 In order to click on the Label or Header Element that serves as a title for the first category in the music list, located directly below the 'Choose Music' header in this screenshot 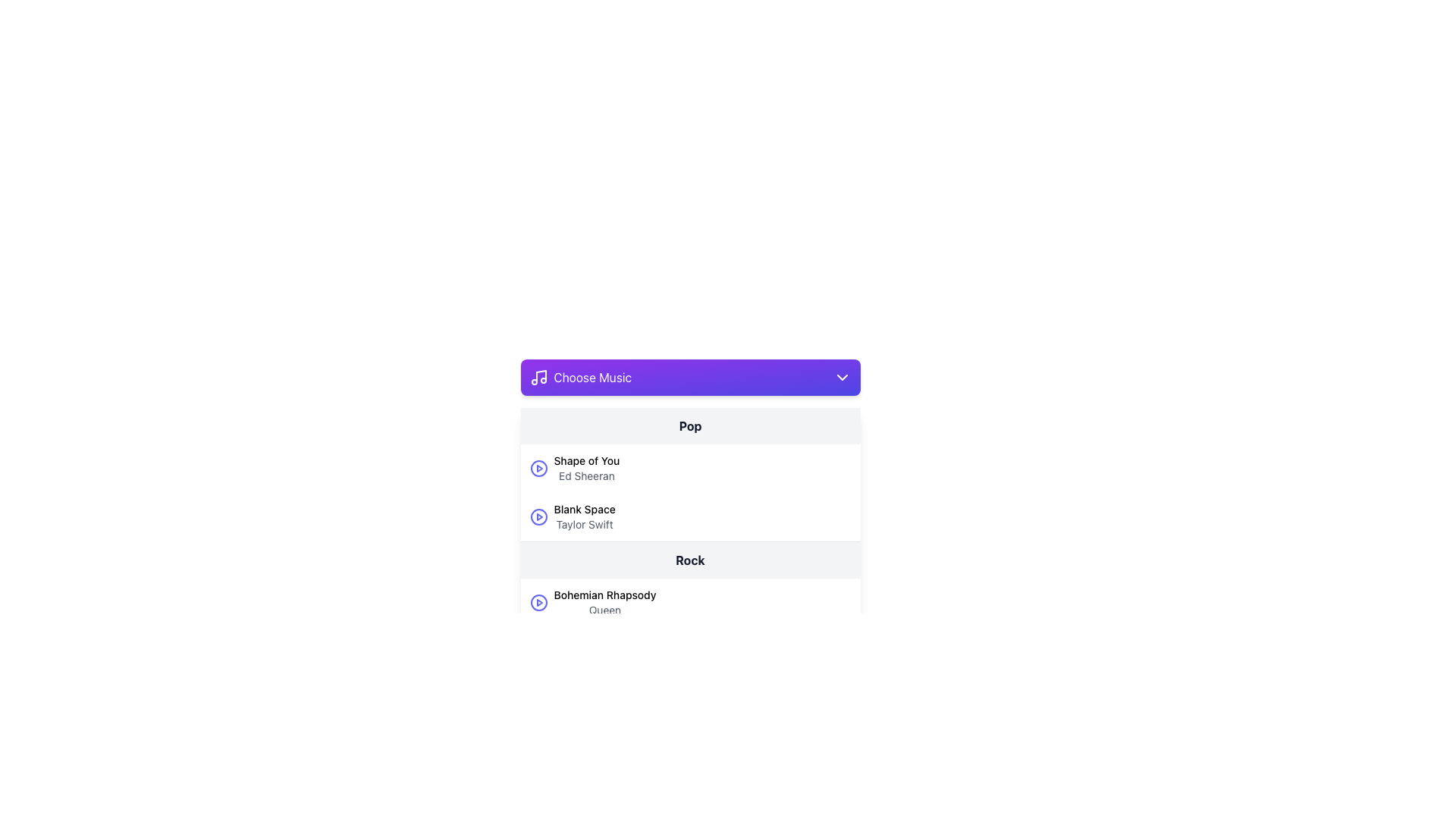, I will do `click(689, 426)`.